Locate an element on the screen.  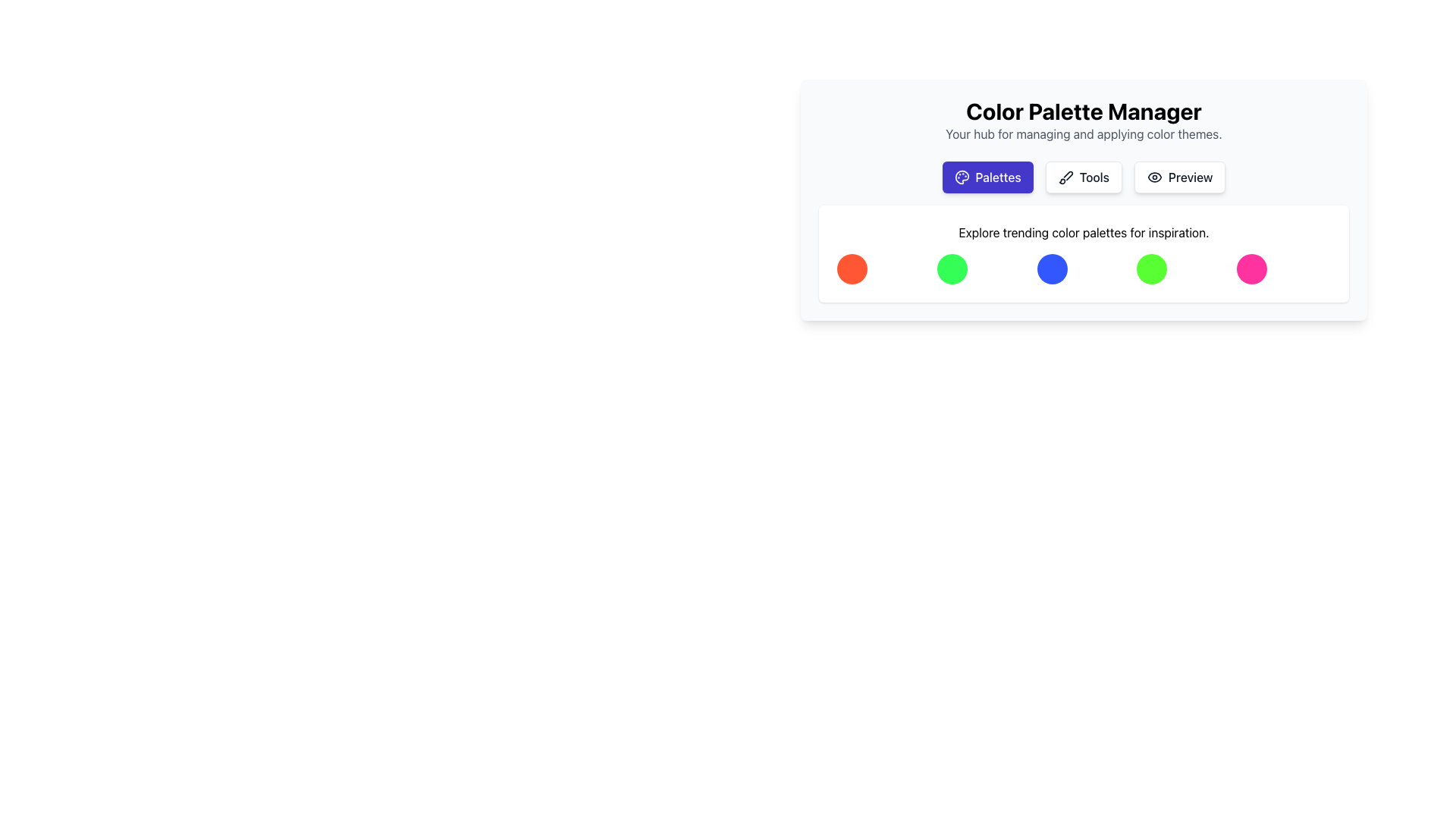
the blue color option circle with the title '#3357FF' in the color palette tool is located at coordinates (1051, 268).